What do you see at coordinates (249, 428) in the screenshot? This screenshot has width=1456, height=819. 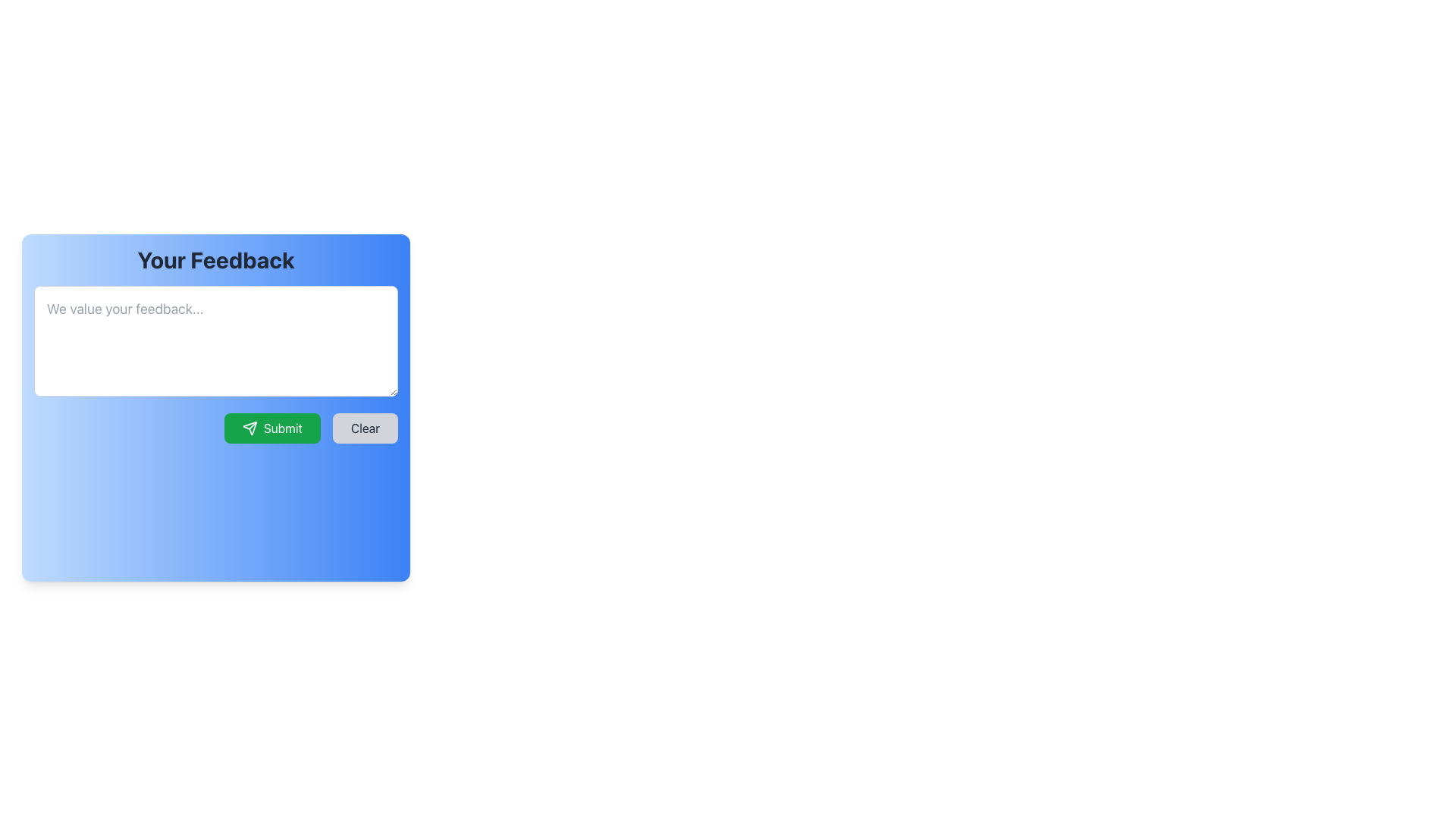 I see `the decorative send action arrow icon located inside the lower green 'Submit' button in the 'Your Feedback' popup interface` at bounding box center [249, 428].